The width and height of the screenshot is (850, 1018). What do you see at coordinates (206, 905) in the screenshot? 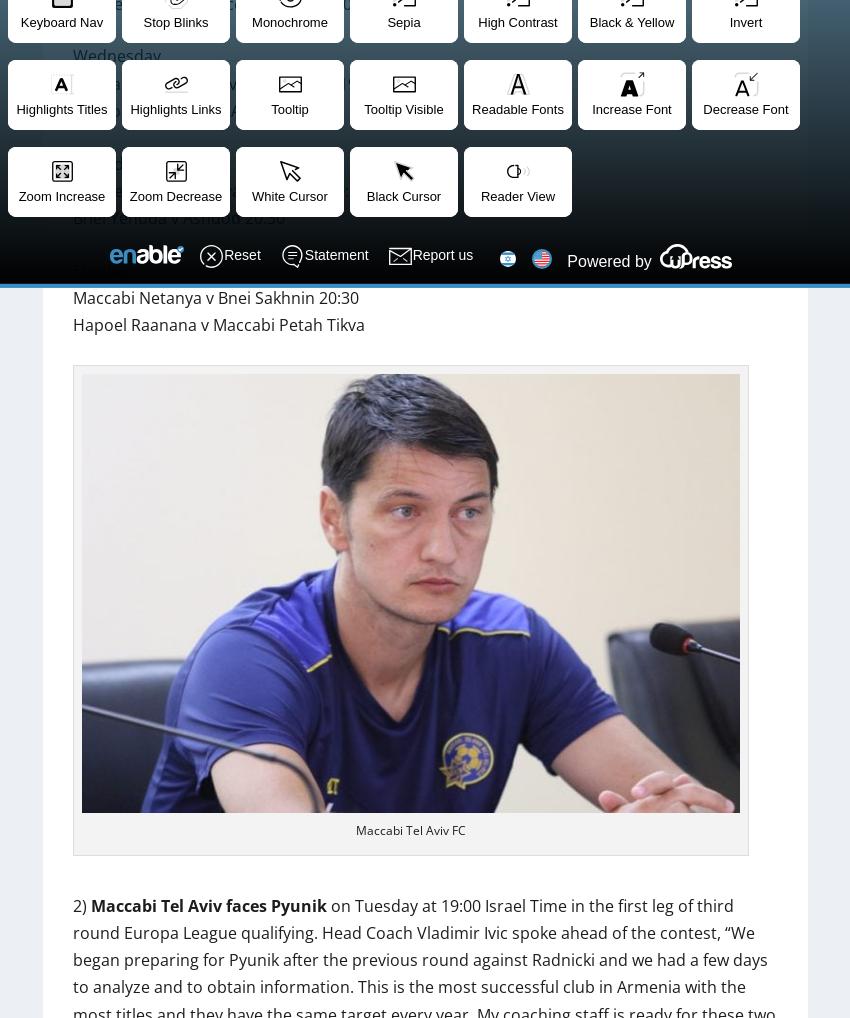
I see `'Maccabi Tel Aviv faces Pyunik'` at bounding box center [206, 905].